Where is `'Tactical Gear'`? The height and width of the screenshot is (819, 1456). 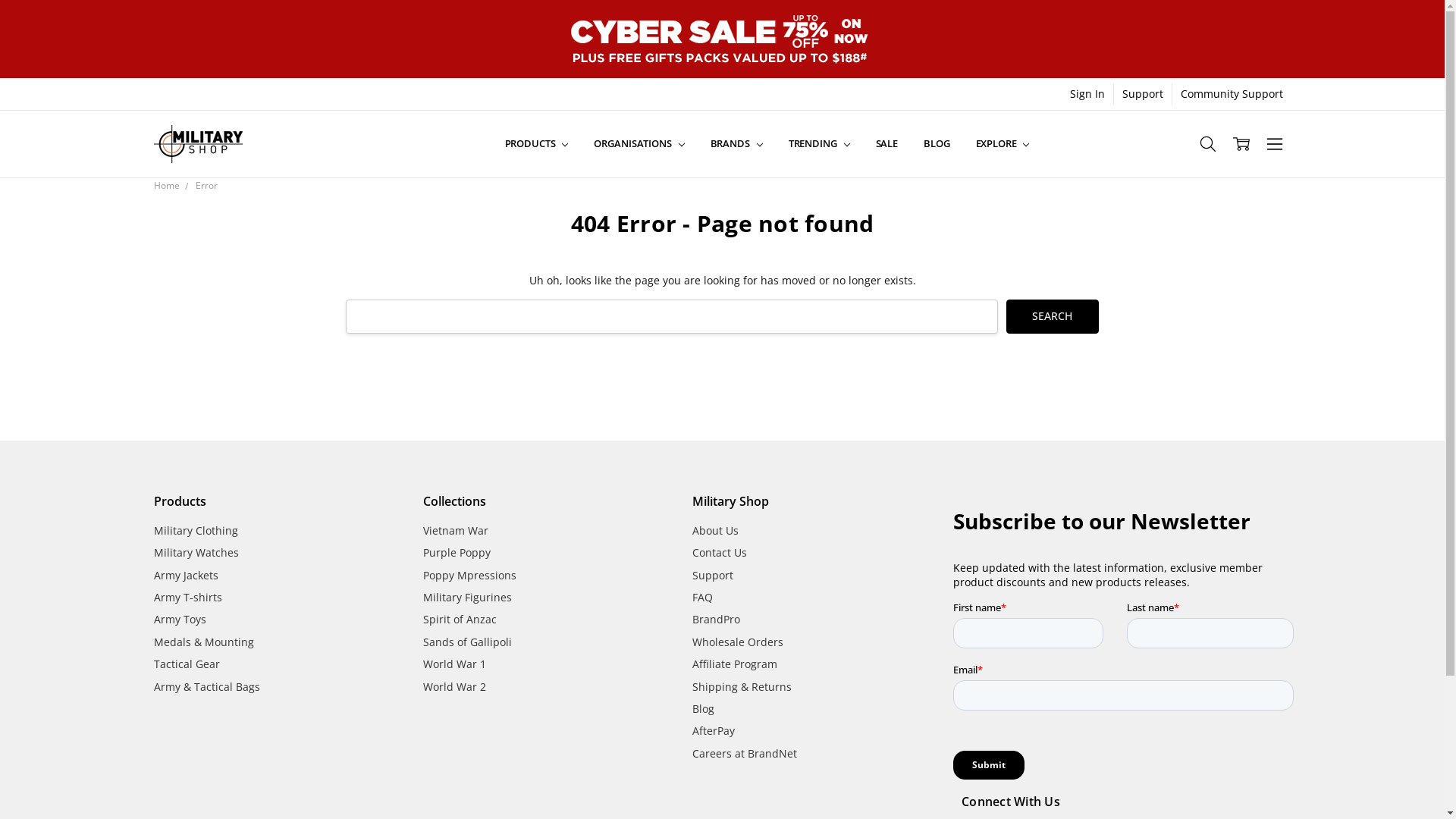 'Tactical Gear' is located at coordinates (185, 663).